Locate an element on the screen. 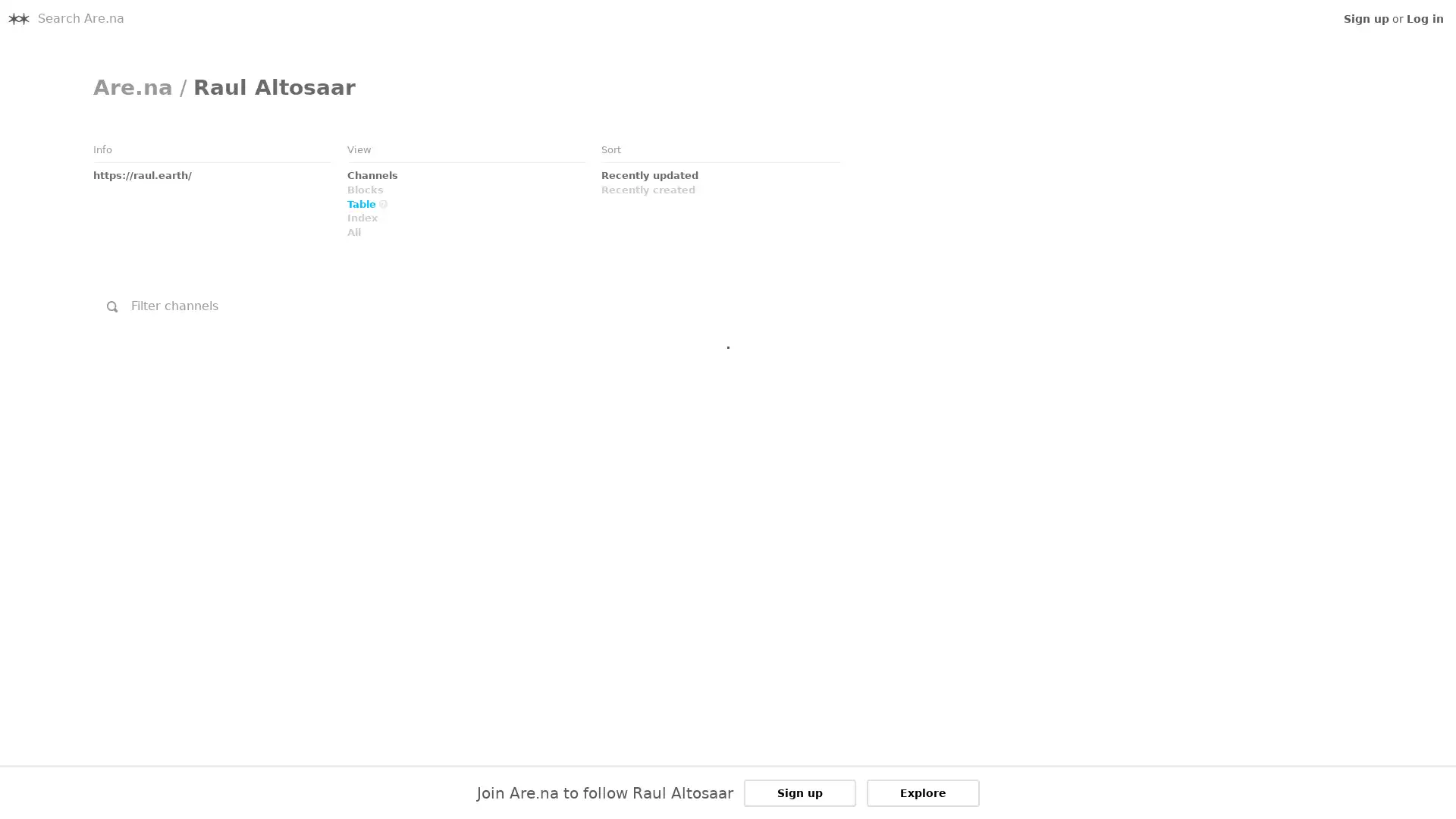 This screenshot has height=819, width=1456. Link to Embed: I.S.O.: January 29th, 2011 @ Ho Ryu An, Yamaguchi is located at coordinates (719, 451).